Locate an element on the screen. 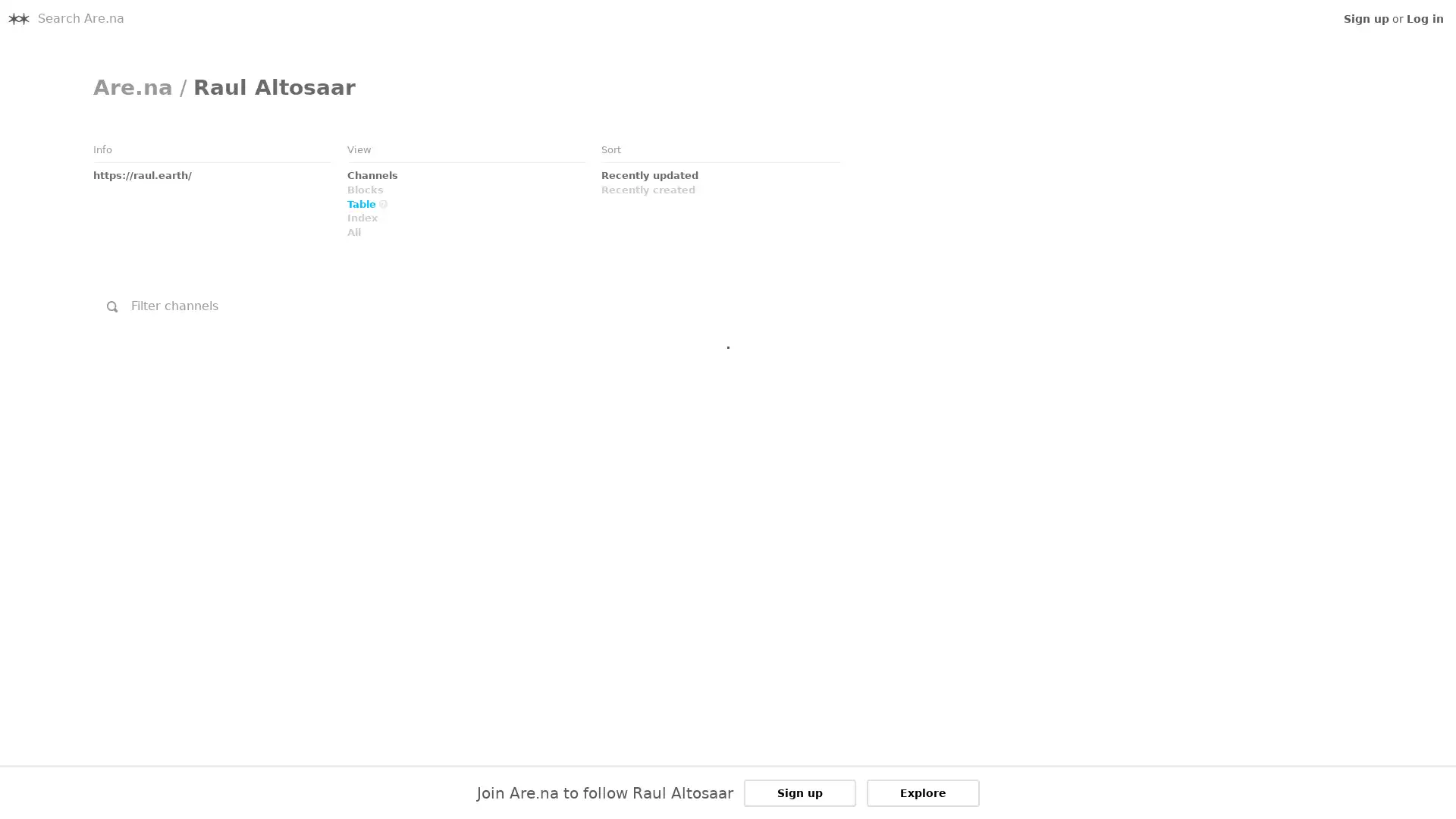 This screenshot has height=819, width=1456. Link to Embed: I.S.O.: January 29th, 2011 @ Ho Ryu An, Yamaguchi is located at coordinates (719, 451).